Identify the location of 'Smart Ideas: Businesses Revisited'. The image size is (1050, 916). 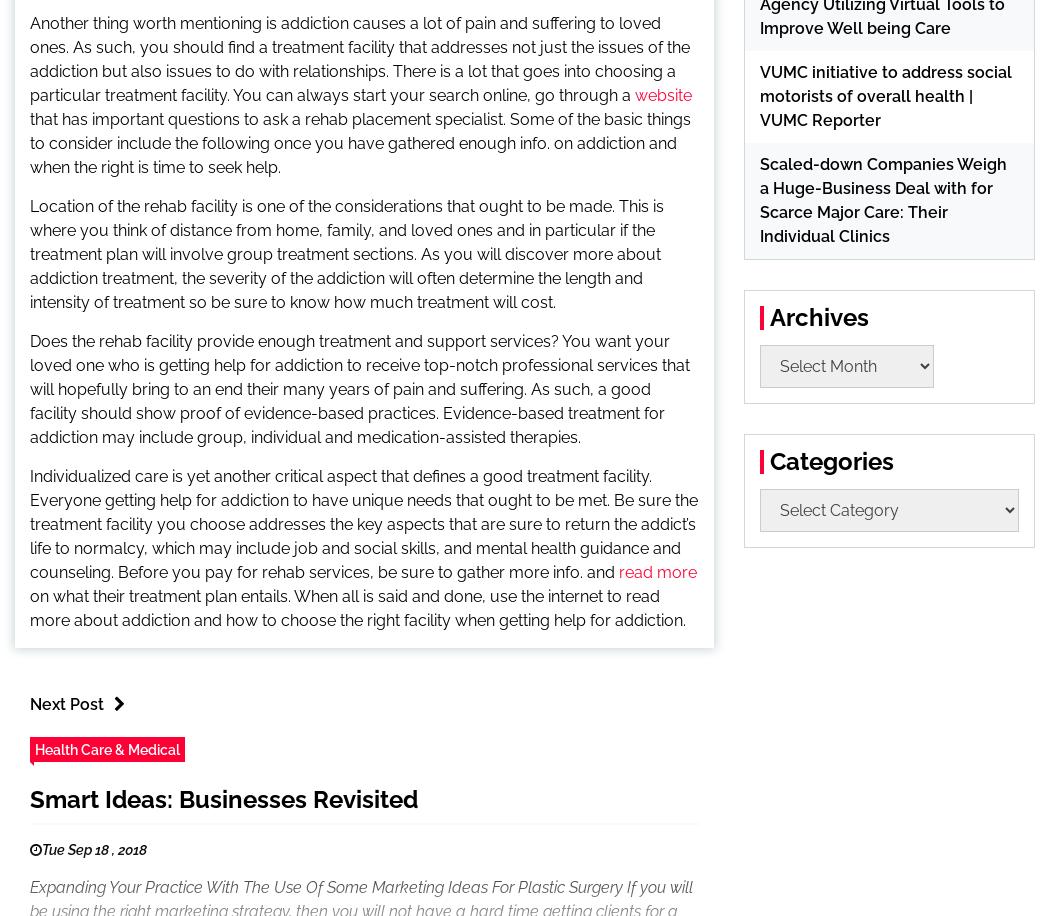
(30, 798).